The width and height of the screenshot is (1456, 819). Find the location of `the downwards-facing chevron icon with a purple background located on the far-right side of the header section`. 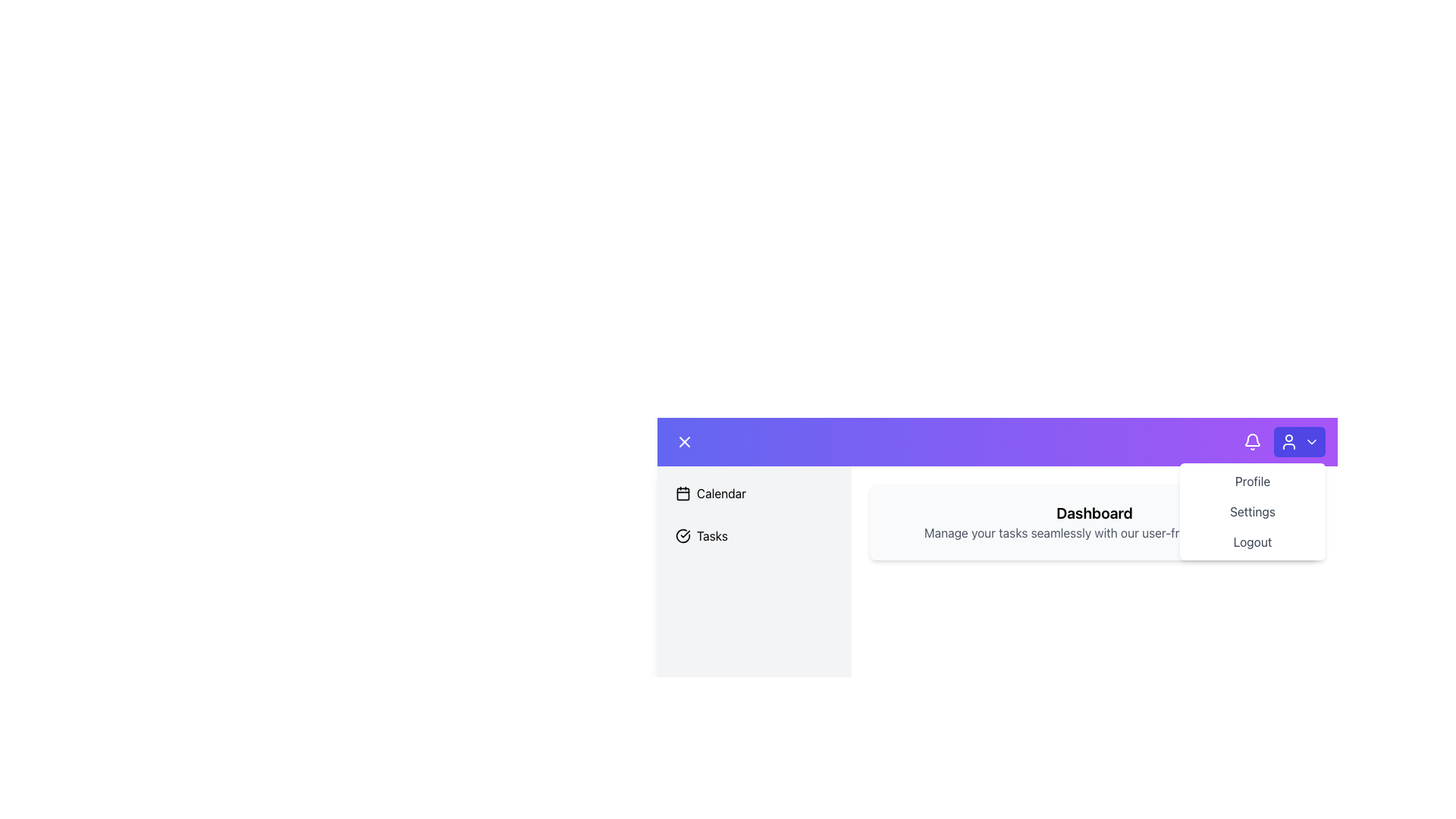

the downwards-facing chevron icon with a purple background located on the far-right side of the header section is located at coordinates (1310, 441).